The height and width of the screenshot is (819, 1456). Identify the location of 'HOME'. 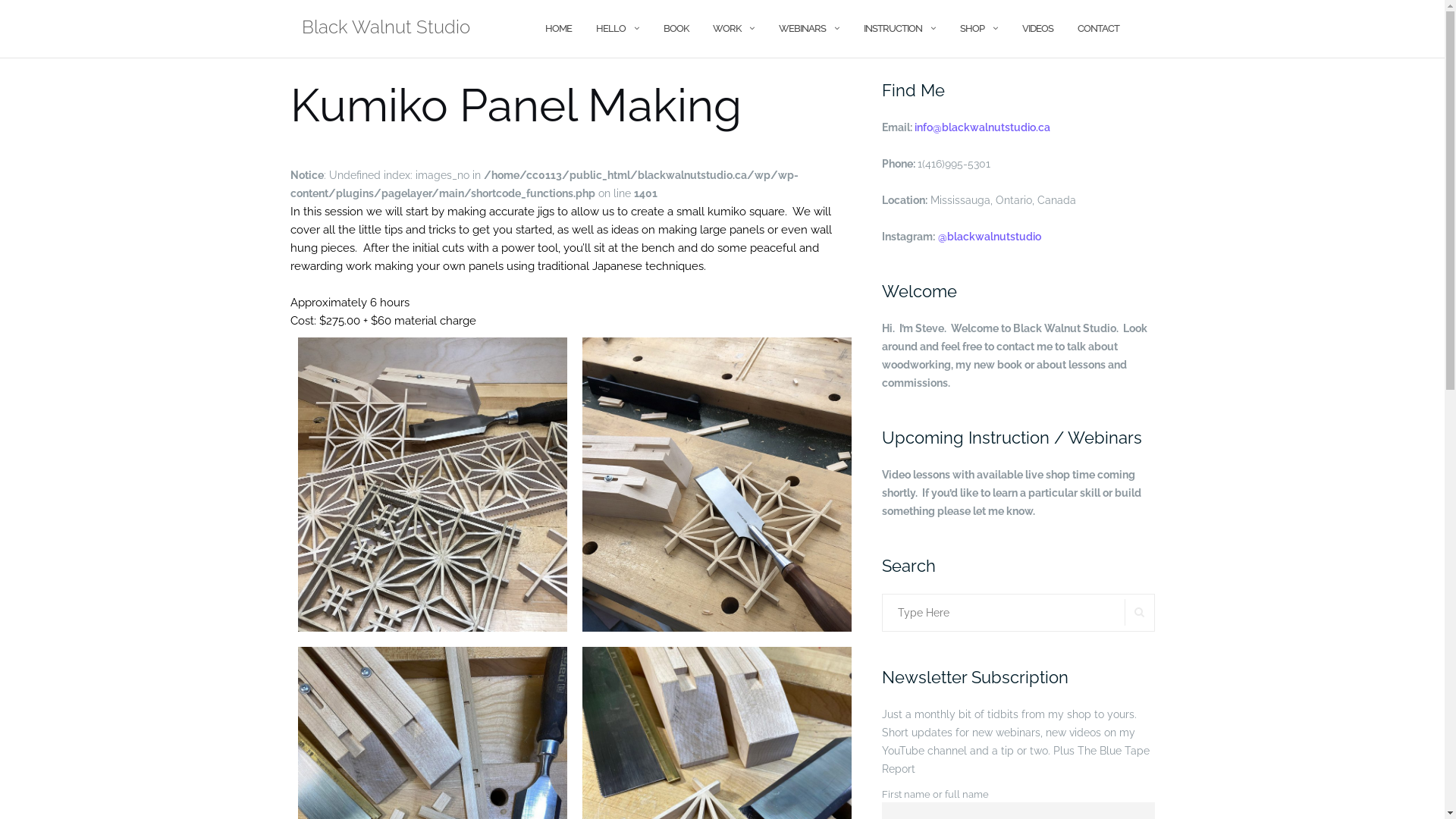
(557, 28).